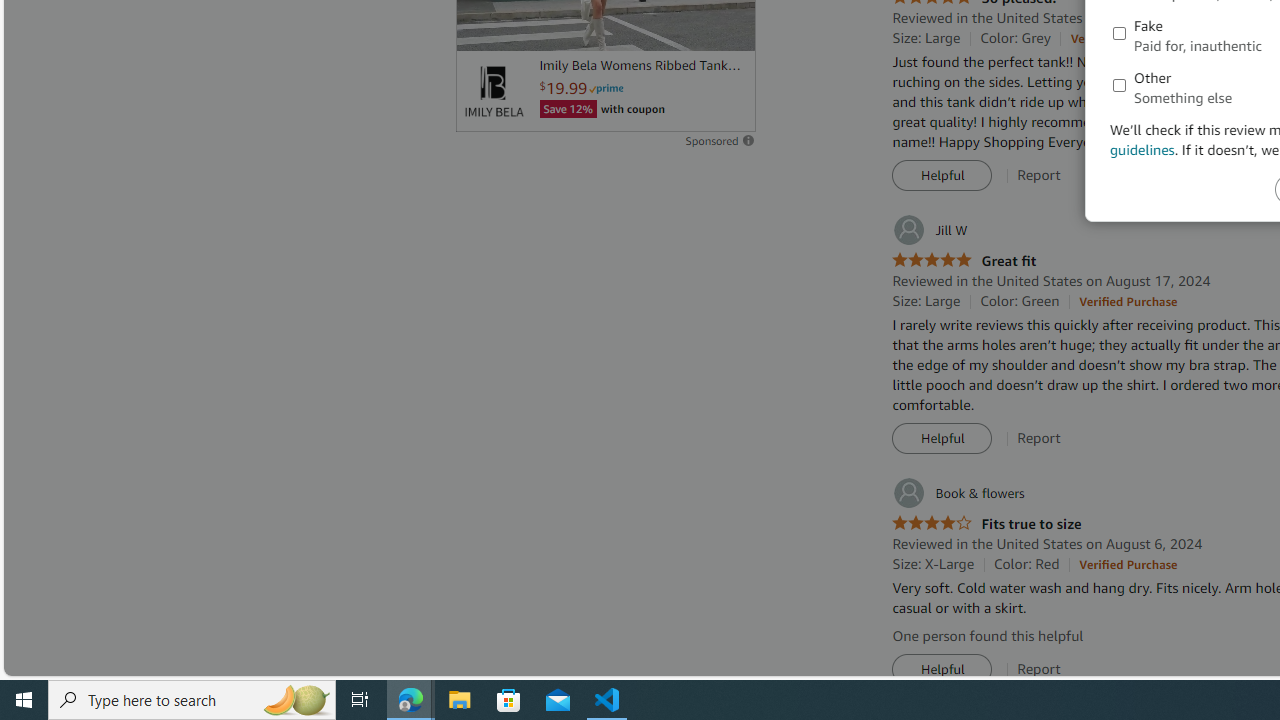 The height and width of the screenshot is (720, 1280). I want to click on '5.0 out of 5 stars Great fit', so click(964, 260).